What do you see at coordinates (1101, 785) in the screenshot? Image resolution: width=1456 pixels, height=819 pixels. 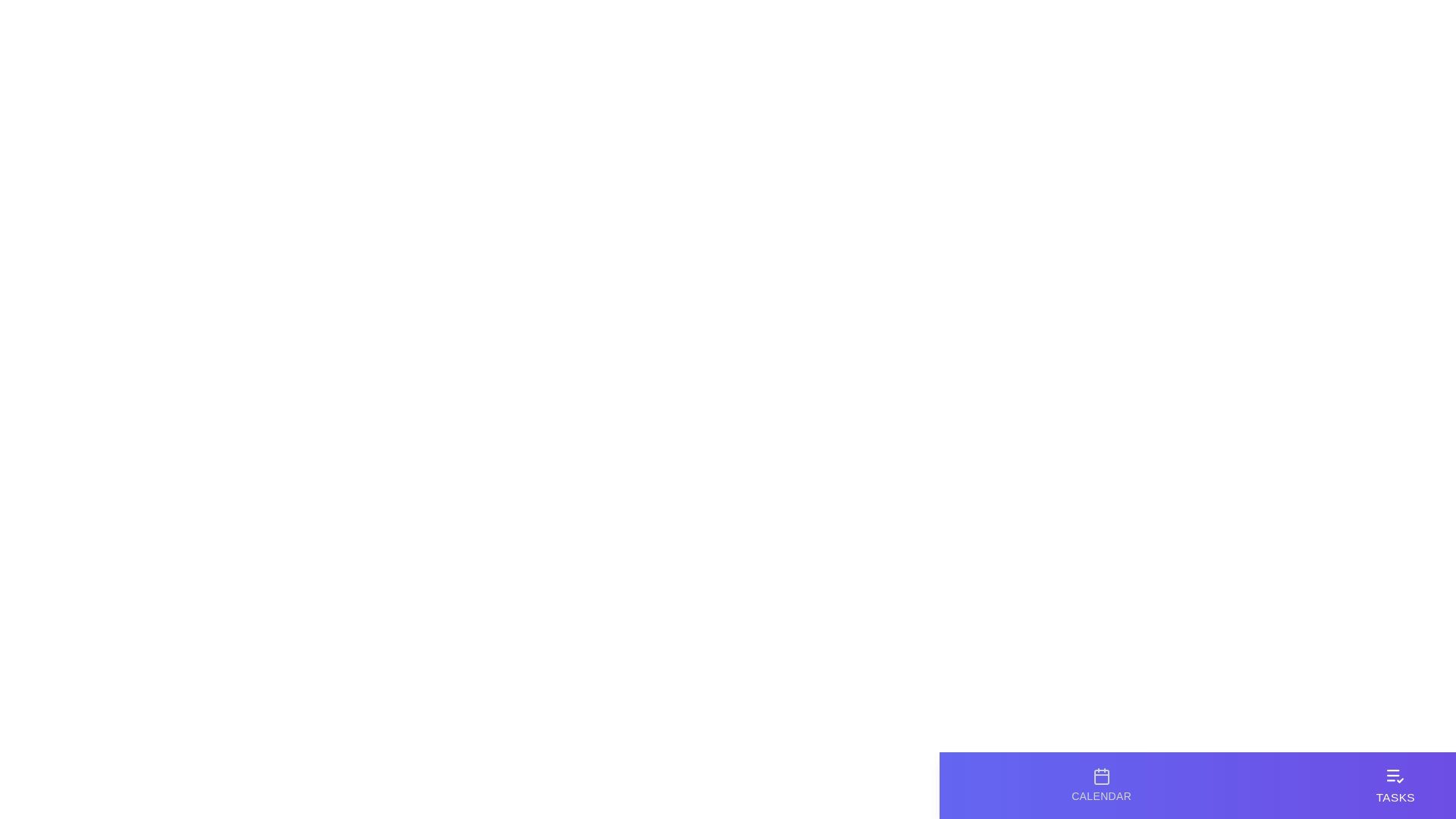 I see `the Calendar tab by clicking on its icon or label` at bounding box center [1101, 785].